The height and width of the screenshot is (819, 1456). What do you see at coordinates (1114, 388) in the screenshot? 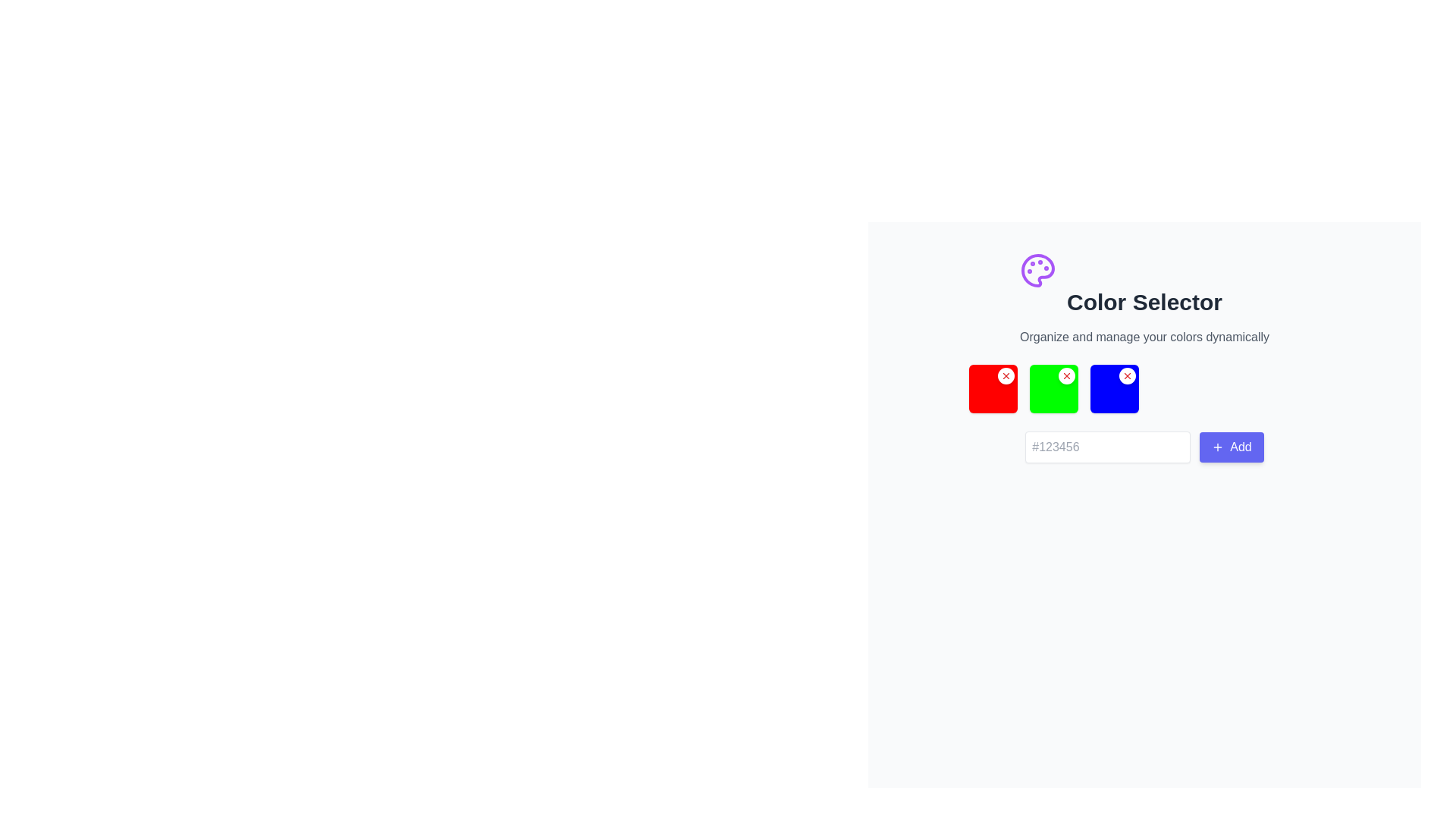
I see `the selectable box with a blue background and rounded corners` at bounding box center [1114, 388].